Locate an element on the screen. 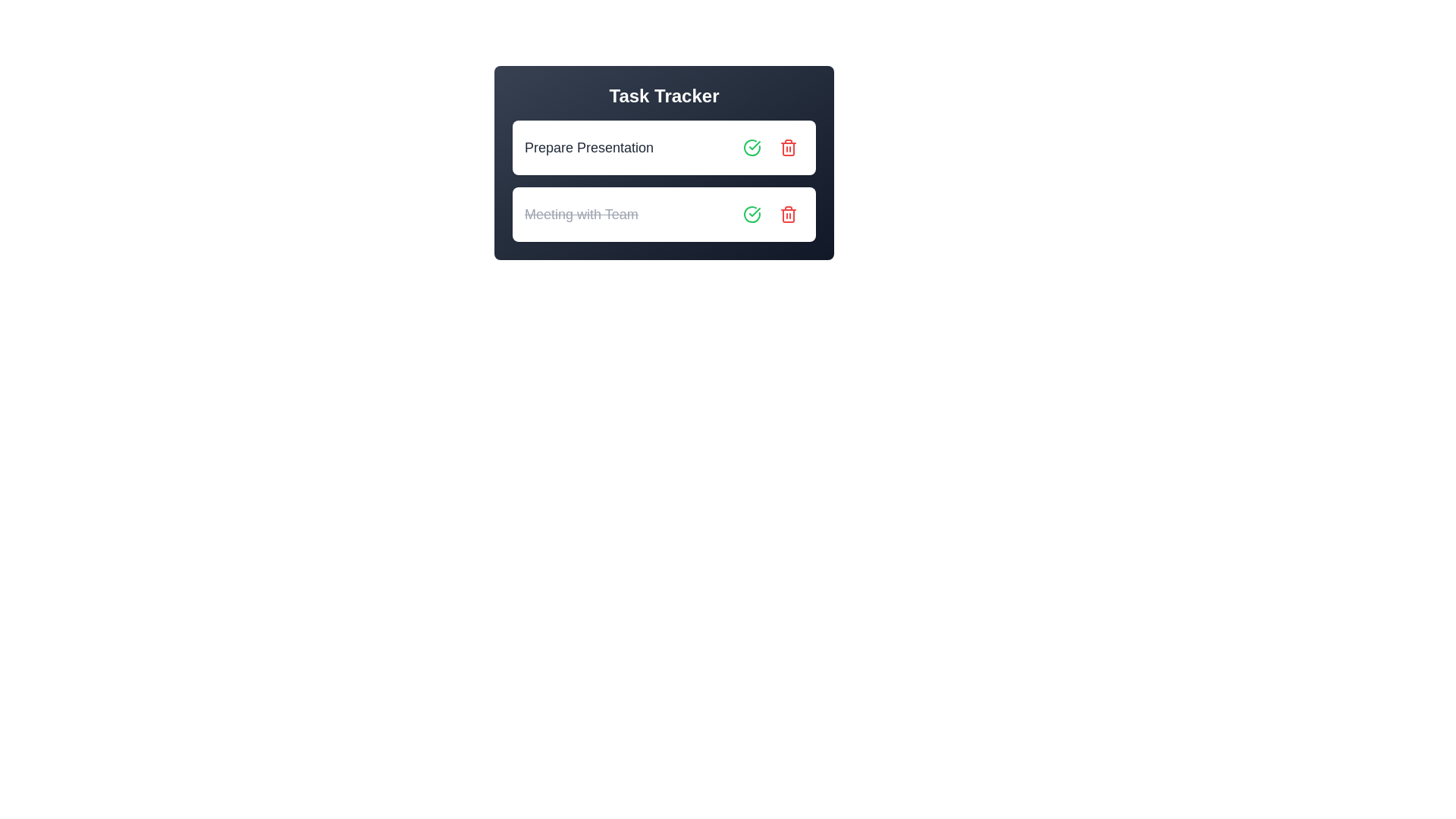 This screenshot has width=1456, height=819. the trash bin button, which is a red-colored icon indicating delete action is located at coordinates (789, 214).